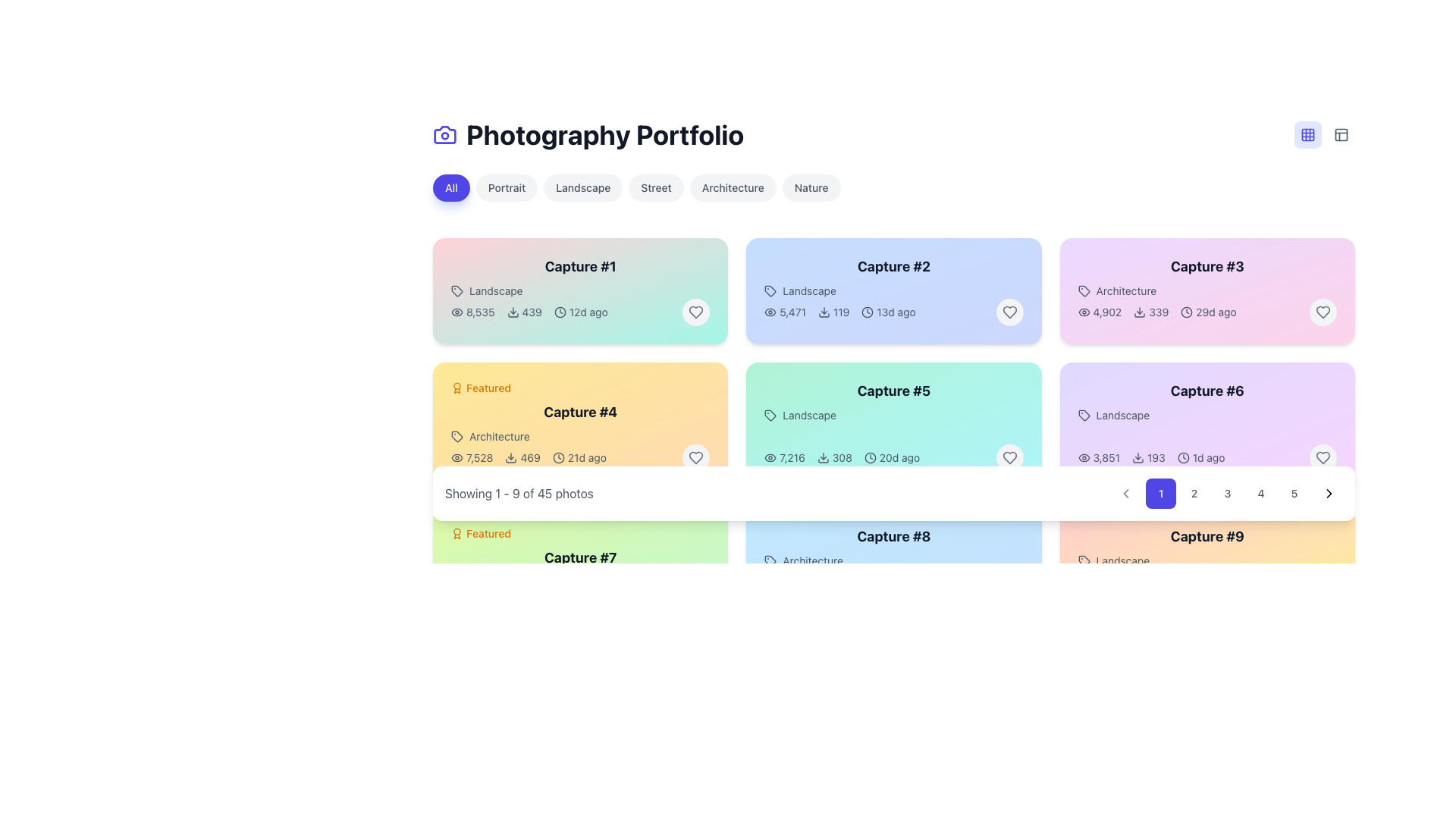 This screenshot has width=1456, height=819. I want to click on the statistics data displayed by the Statistics display for 'Capture #3', which shows views, downloads, and time elapsed since upload, so click(1156, 312).